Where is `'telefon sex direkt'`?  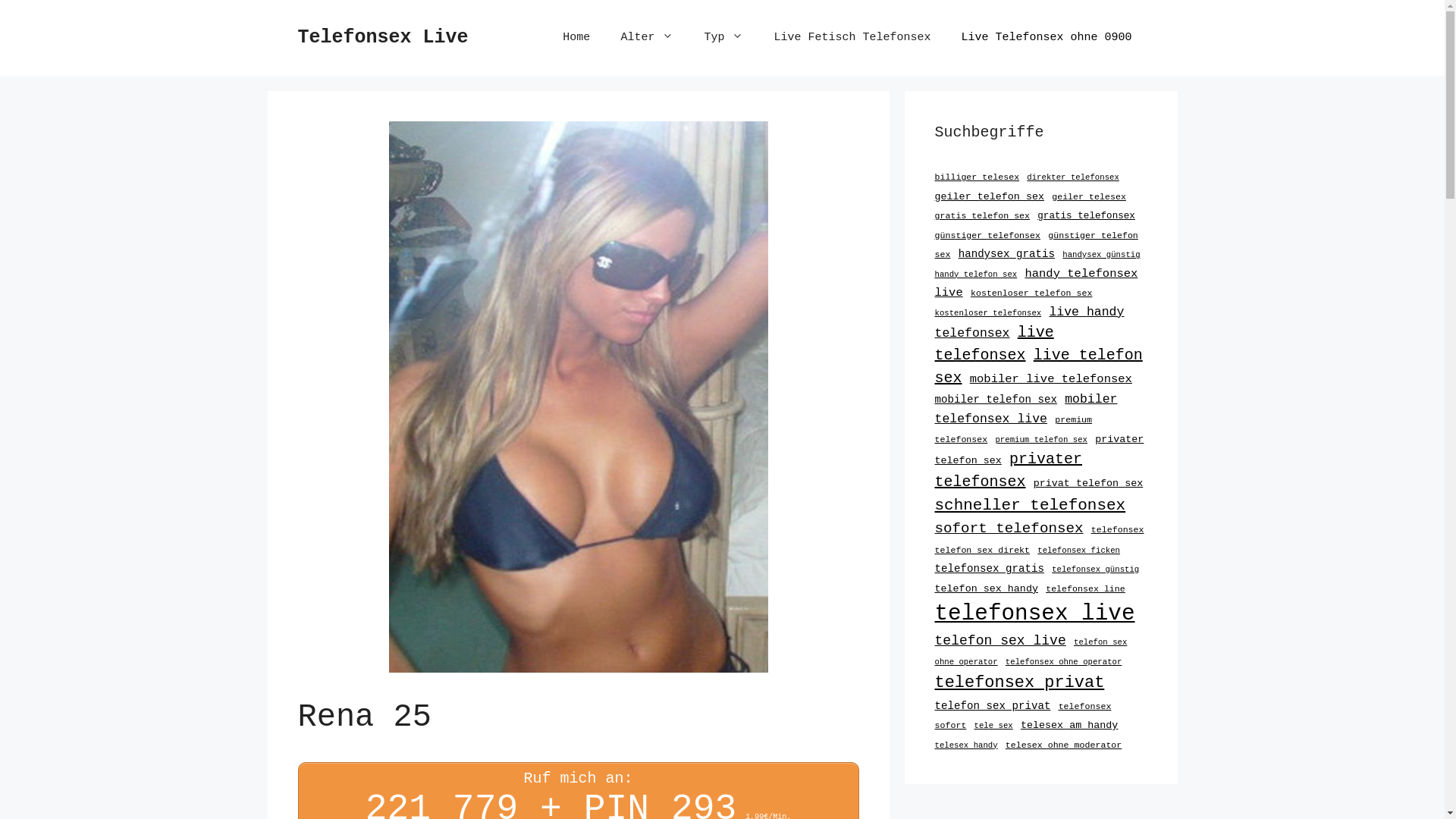
'telefon sex direkt' is located at coordinates (934, 550).